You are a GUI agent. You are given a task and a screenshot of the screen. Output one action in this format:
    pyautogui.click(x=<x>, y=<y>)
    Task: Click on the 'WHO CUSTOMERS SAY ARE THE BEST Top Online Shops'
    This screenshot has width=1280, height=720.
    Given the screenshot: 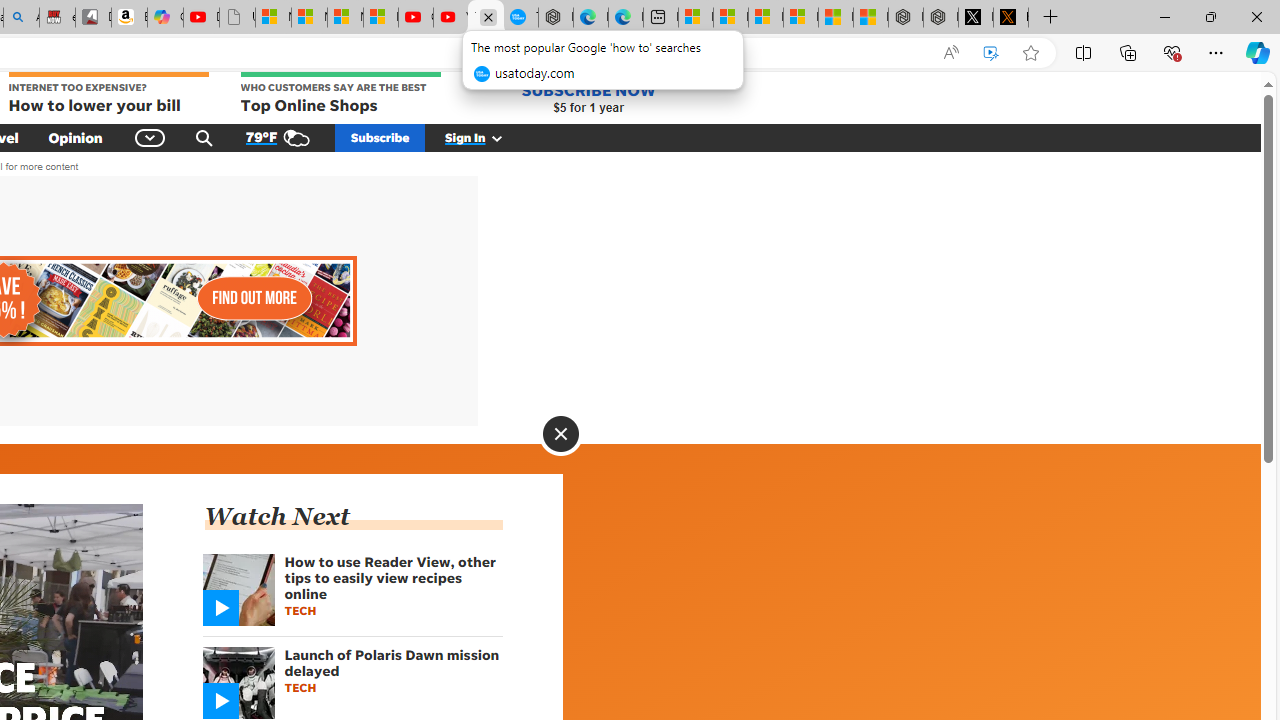 What is the action you would take?
    pyautogui.click(x=341, y=94)
    